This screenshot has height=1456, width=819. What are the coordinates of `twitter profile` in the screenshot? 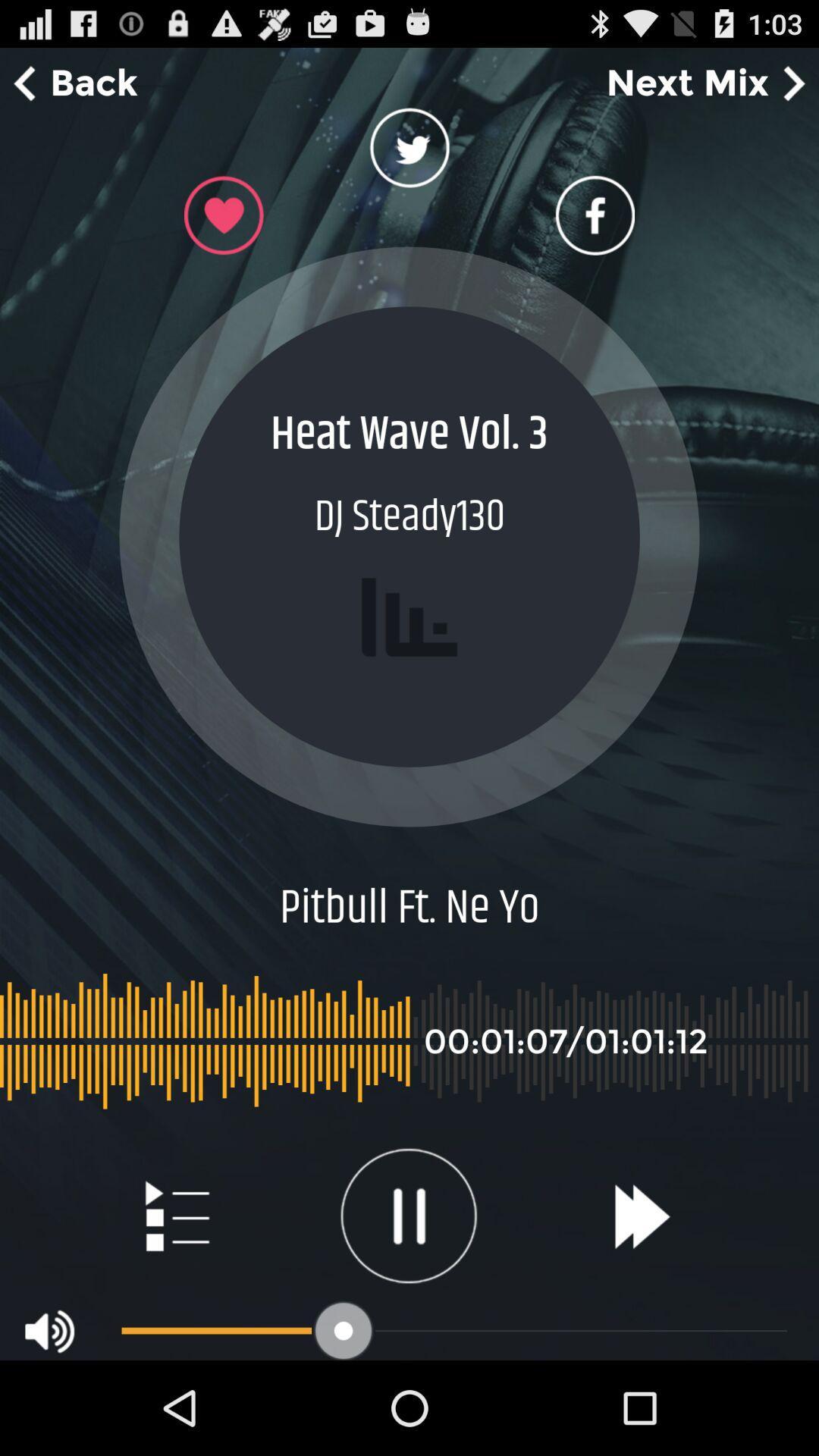 It's located at (409, 152).